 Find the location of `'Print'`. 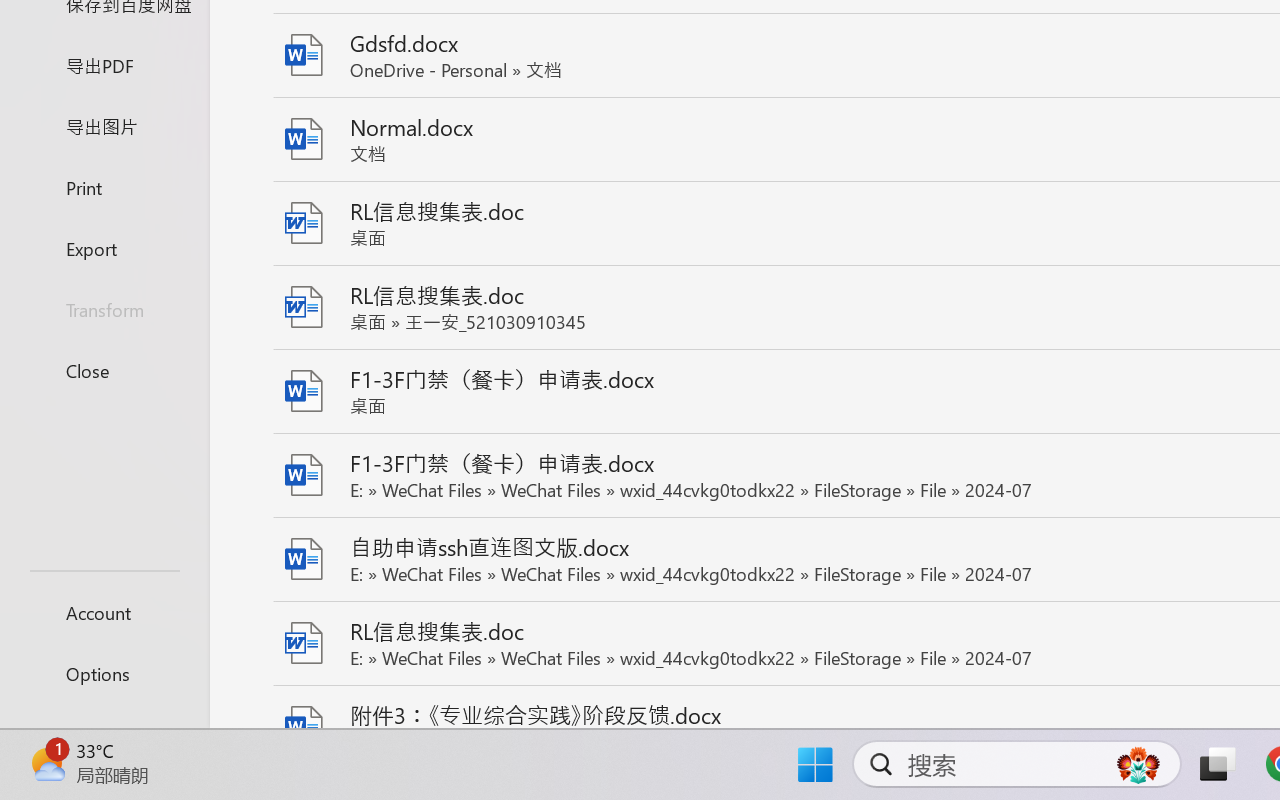

'Print' is located at coordinates (103, 186).